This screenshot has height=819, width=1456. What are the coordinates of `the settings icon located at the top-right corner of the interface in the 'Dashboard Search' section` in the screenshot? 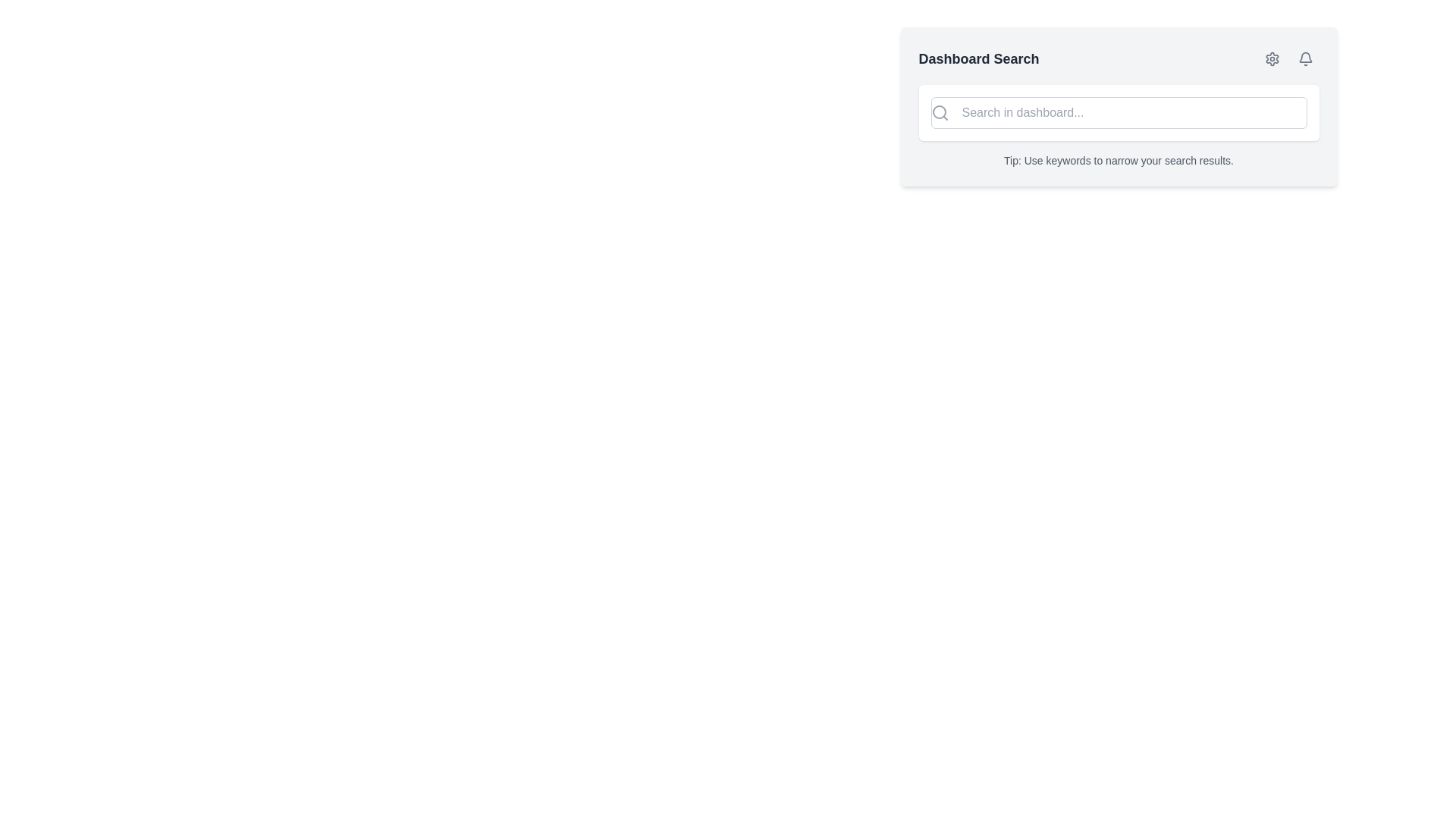 It's located at (1272, 58).